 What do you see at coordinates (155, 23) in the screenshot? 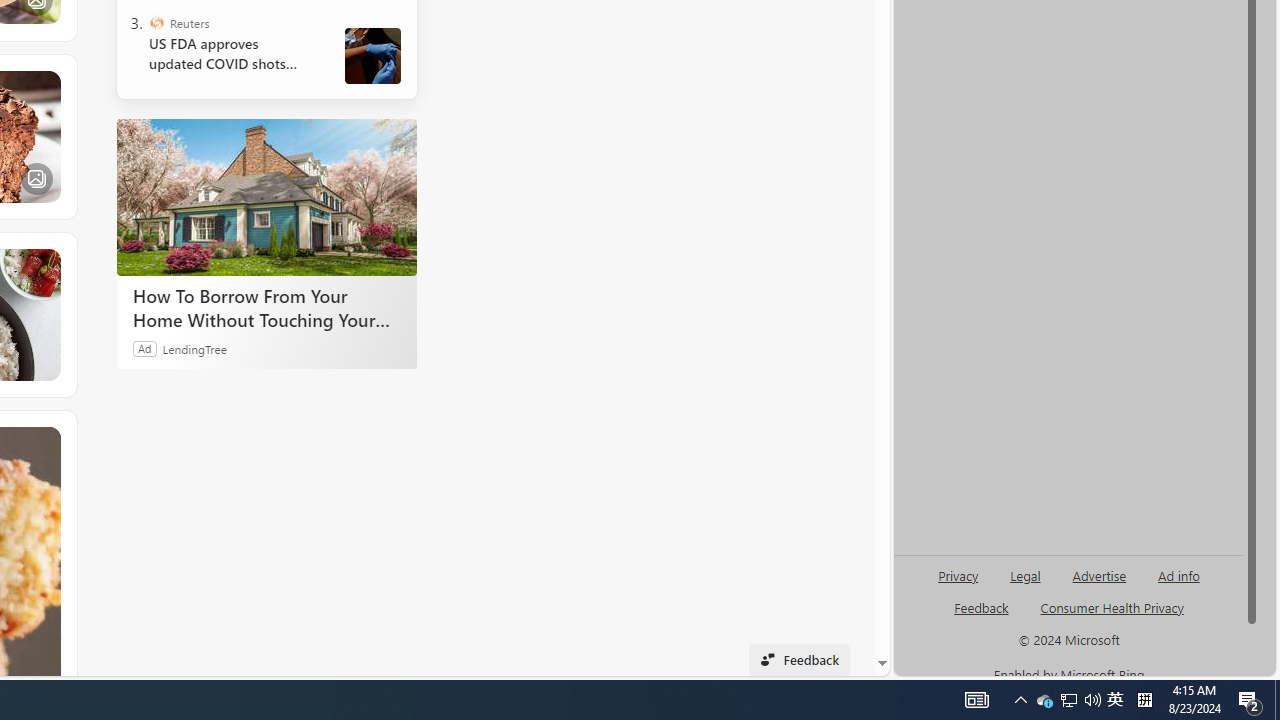
I see `'Reuters'` at bounding box center [155, 23].